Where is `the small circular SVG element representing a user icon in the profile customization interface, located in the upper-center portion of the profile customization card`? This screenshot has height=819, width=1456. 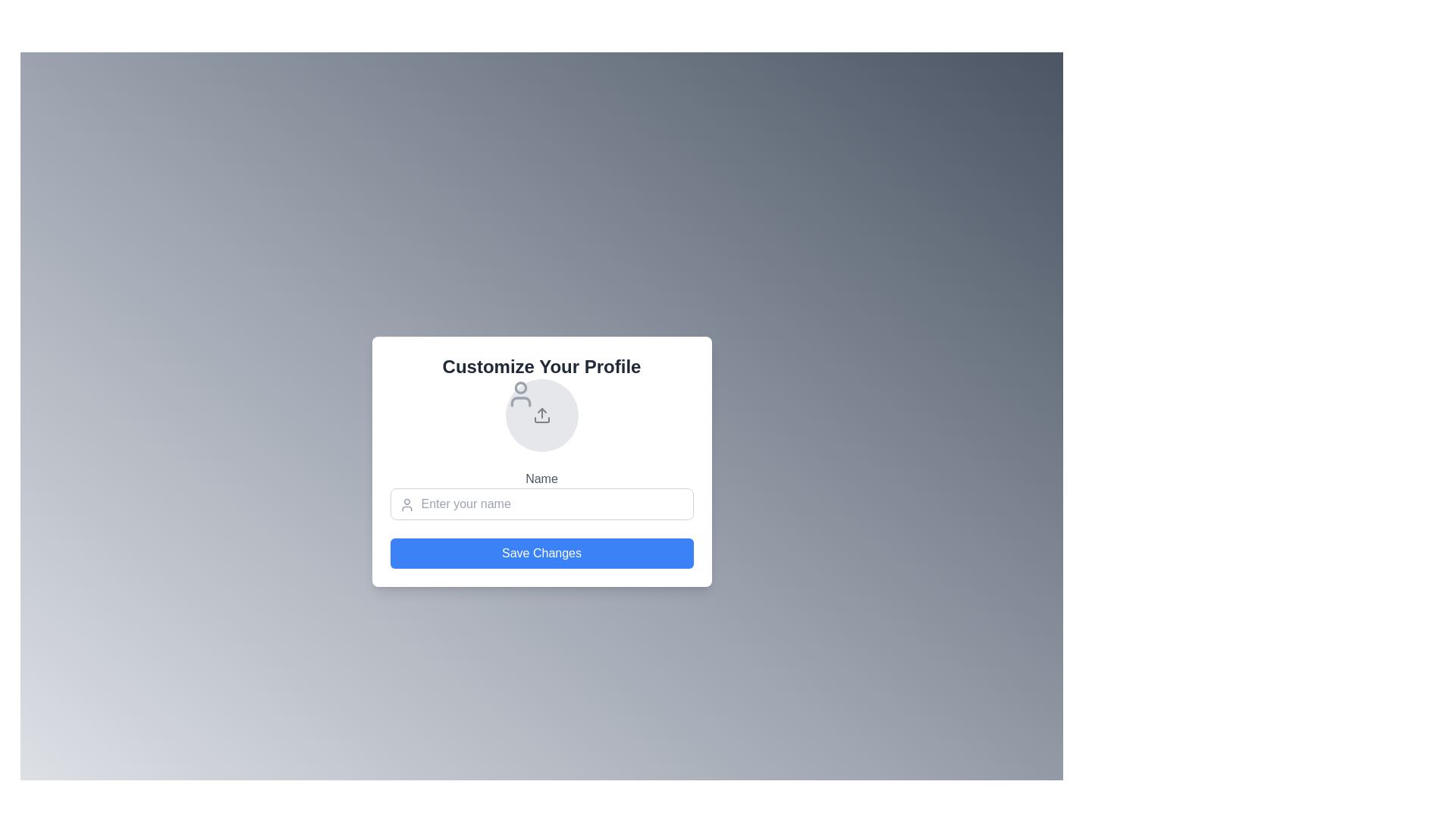
the small circular SVG element representing a user icon in the profile customization interface, located in the upper-center portion of the profile customization card is located at coordinates (520, 387).